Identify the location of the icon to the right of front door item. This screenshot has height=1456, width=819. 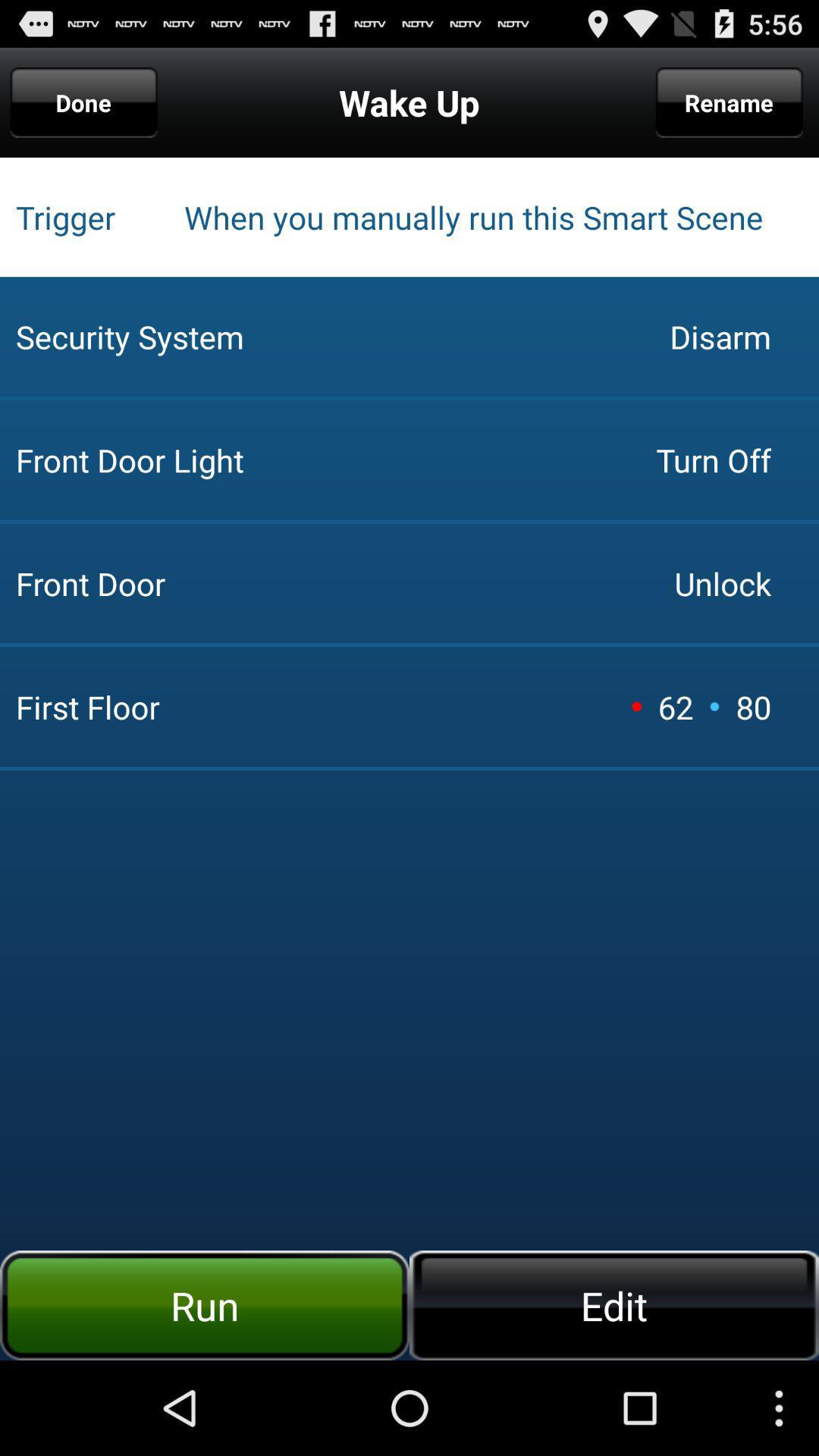
(675, 706).